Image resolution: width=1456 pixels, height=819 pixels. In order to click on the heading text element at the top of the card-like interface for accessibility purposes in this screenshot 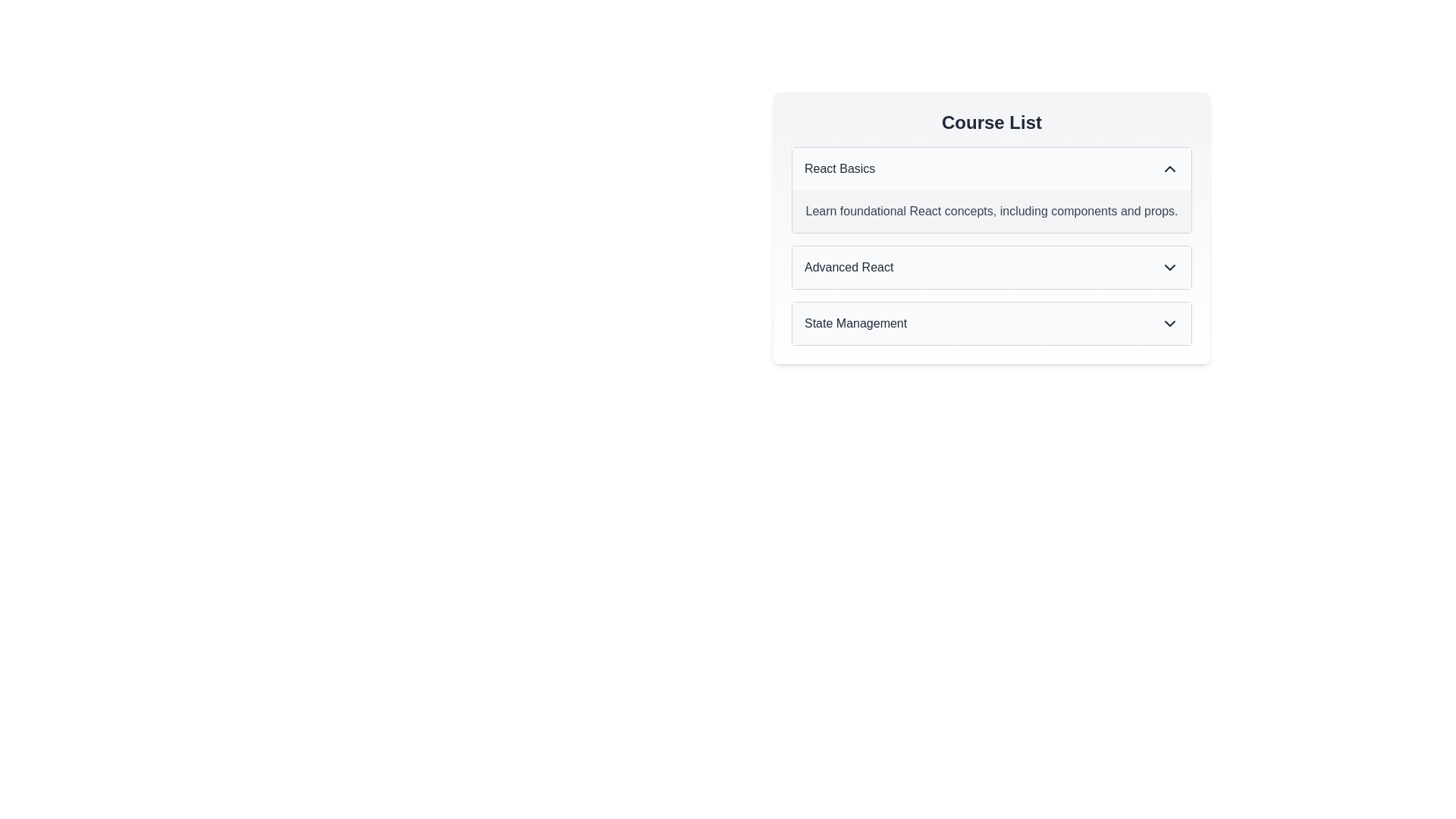, I will do `click(992, 122)`.